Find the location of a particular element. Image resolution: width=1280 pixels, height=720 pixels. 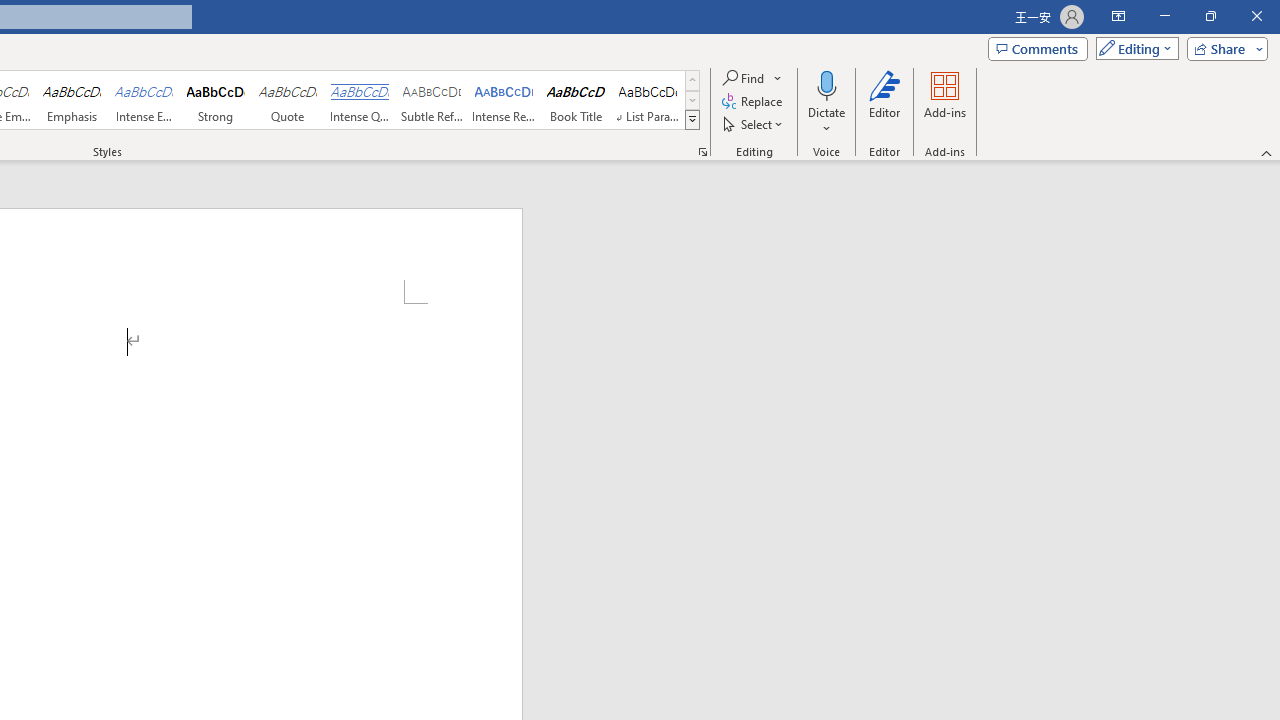

'Strong' is located at coordinates (216, 100).